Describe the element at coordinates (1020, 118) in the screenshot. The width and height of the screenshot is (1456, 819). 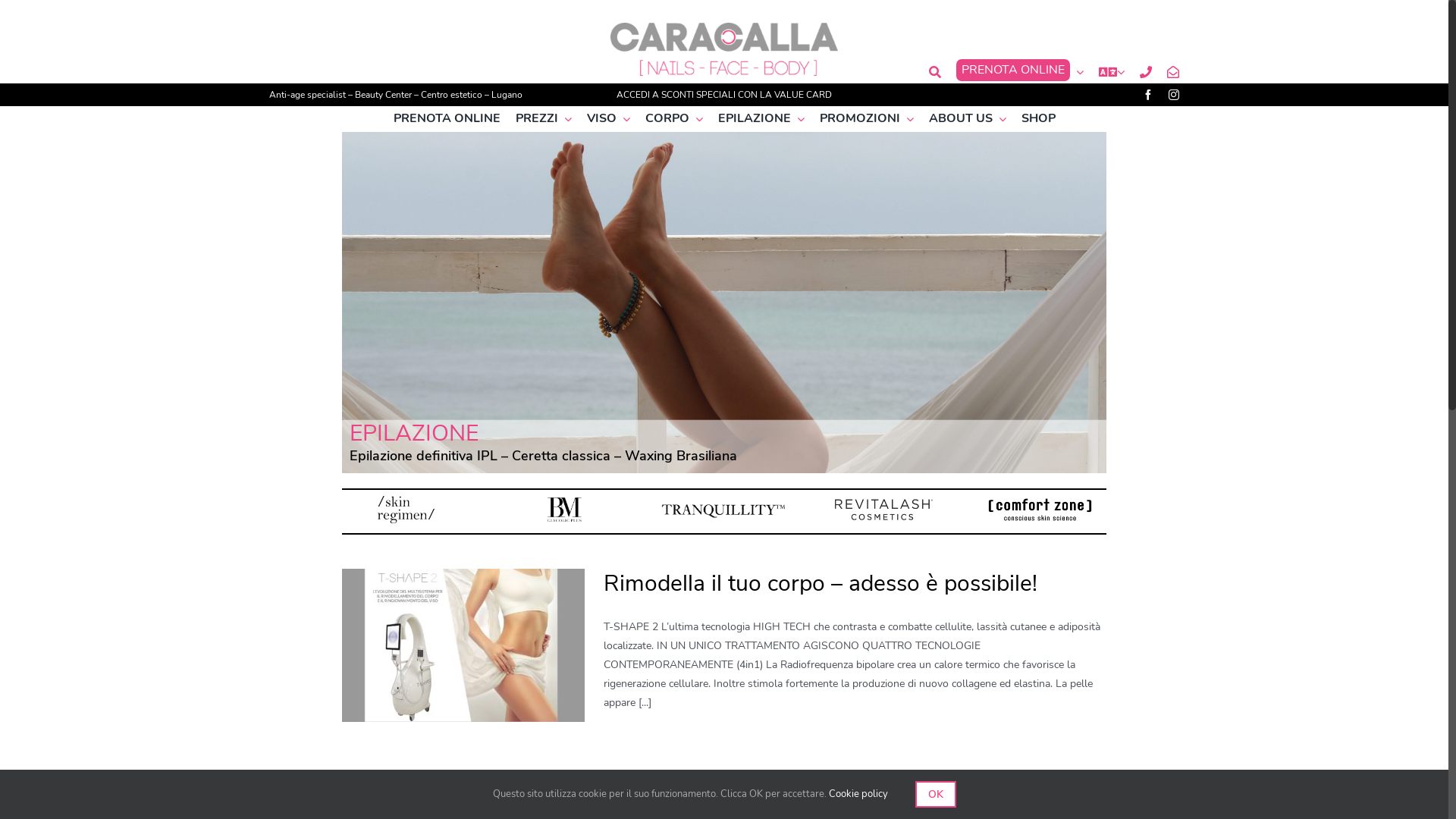
I see `'SHOP'` at that location.